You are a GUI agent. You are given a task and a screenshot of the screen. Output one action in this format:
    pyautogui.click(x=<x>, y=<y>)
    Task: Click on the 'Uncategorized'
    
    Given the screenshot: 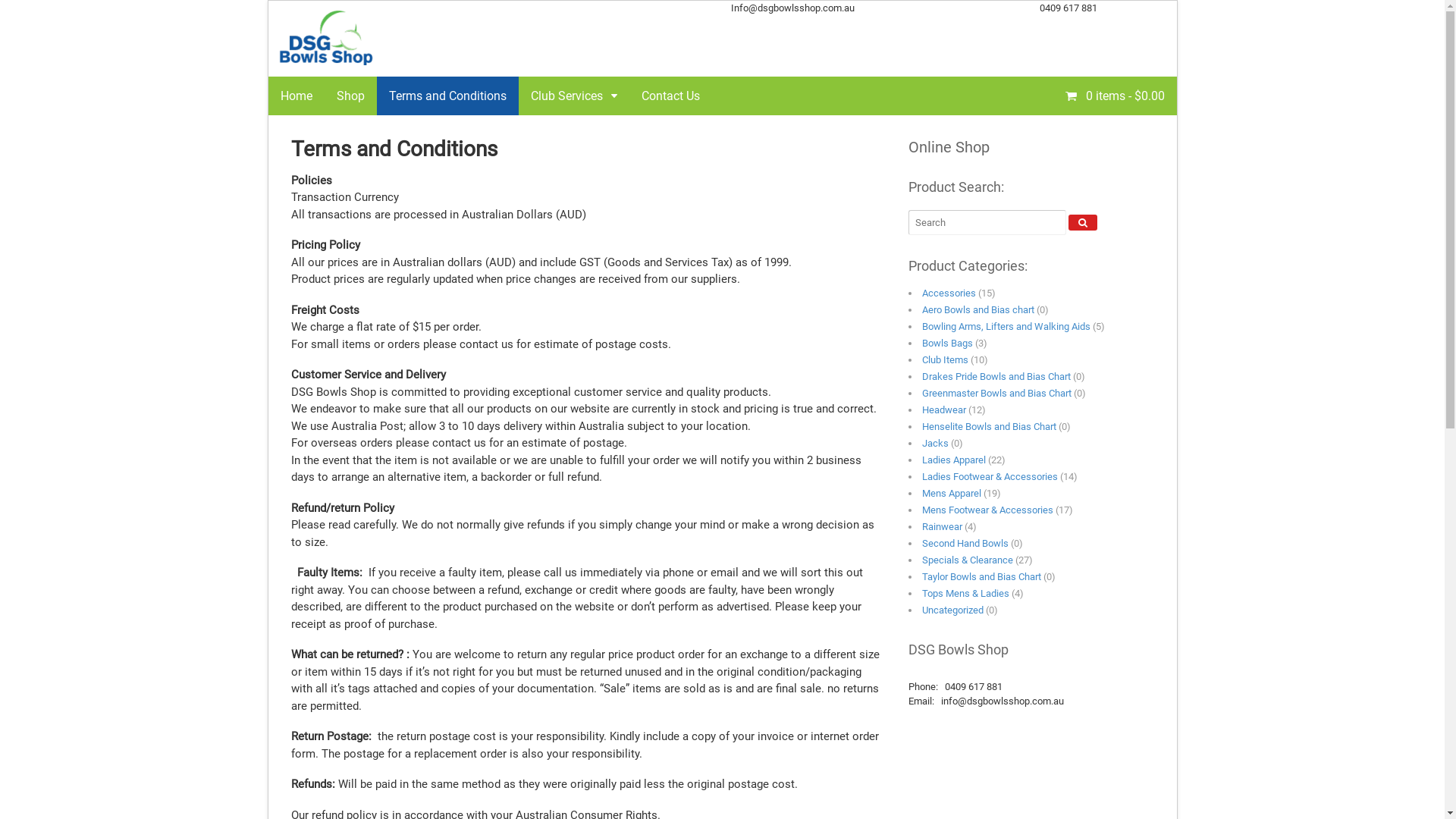 What is the action you would take?
    pyautogui.click(x=952, y=609)
    